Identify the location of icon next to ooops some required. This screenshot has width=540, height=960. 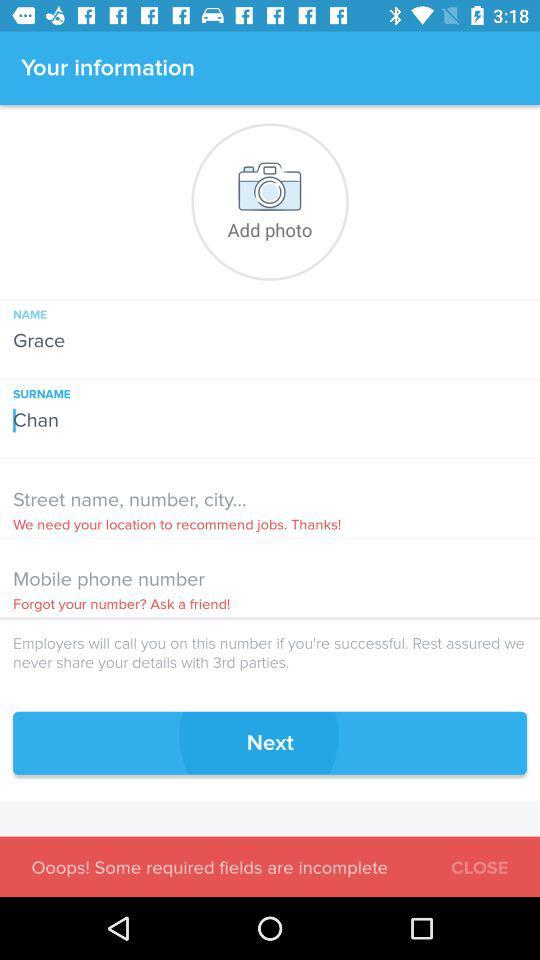
(478, 864).